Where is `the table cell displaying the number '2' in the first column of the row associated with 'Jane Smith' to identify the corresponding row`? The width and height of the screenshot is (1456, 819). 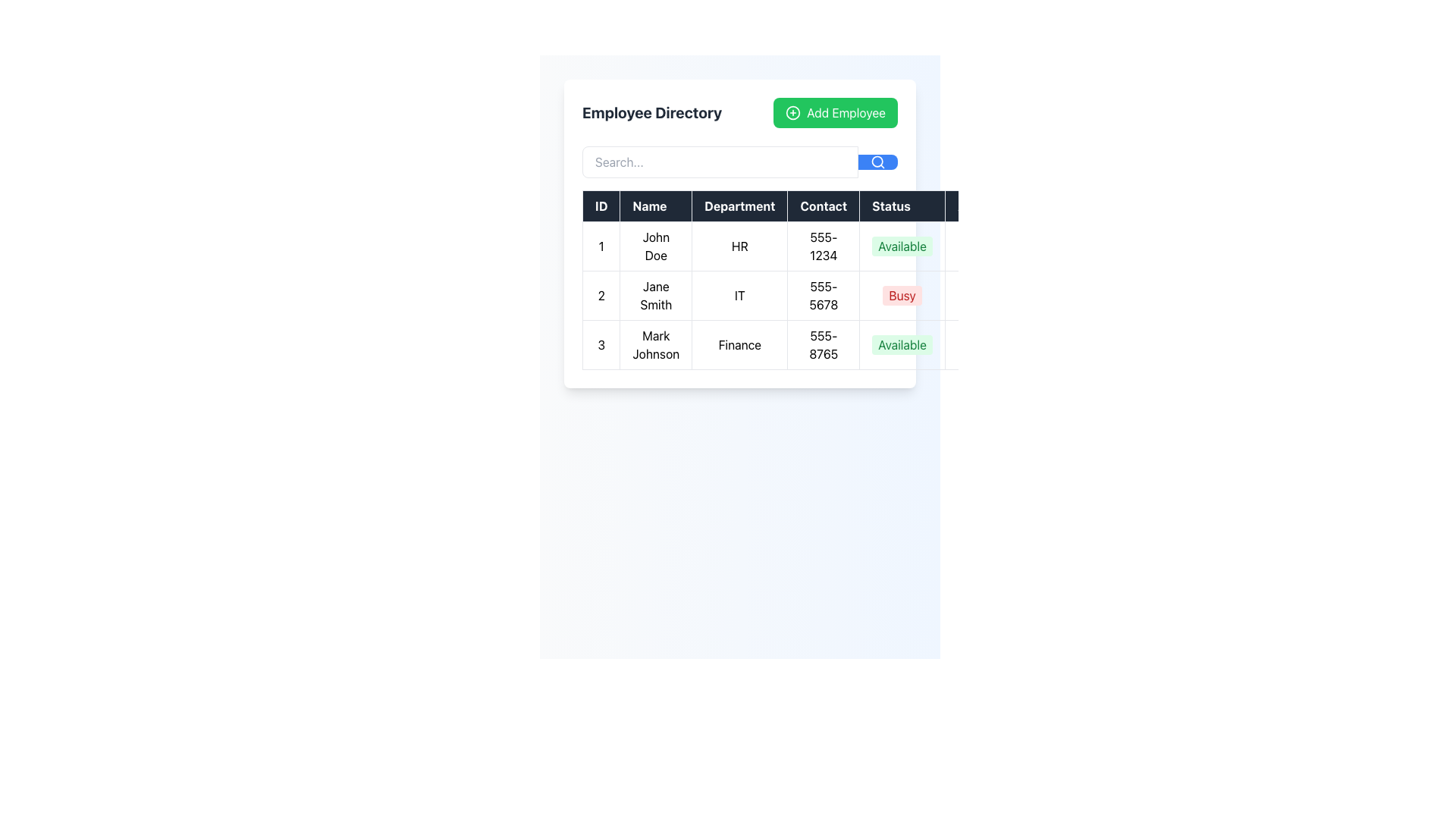 the table cell displaying the number '2' in the first column of the row associated with 'Jane Smith' to identify the corresponding row is located at coordinates (601, 295).